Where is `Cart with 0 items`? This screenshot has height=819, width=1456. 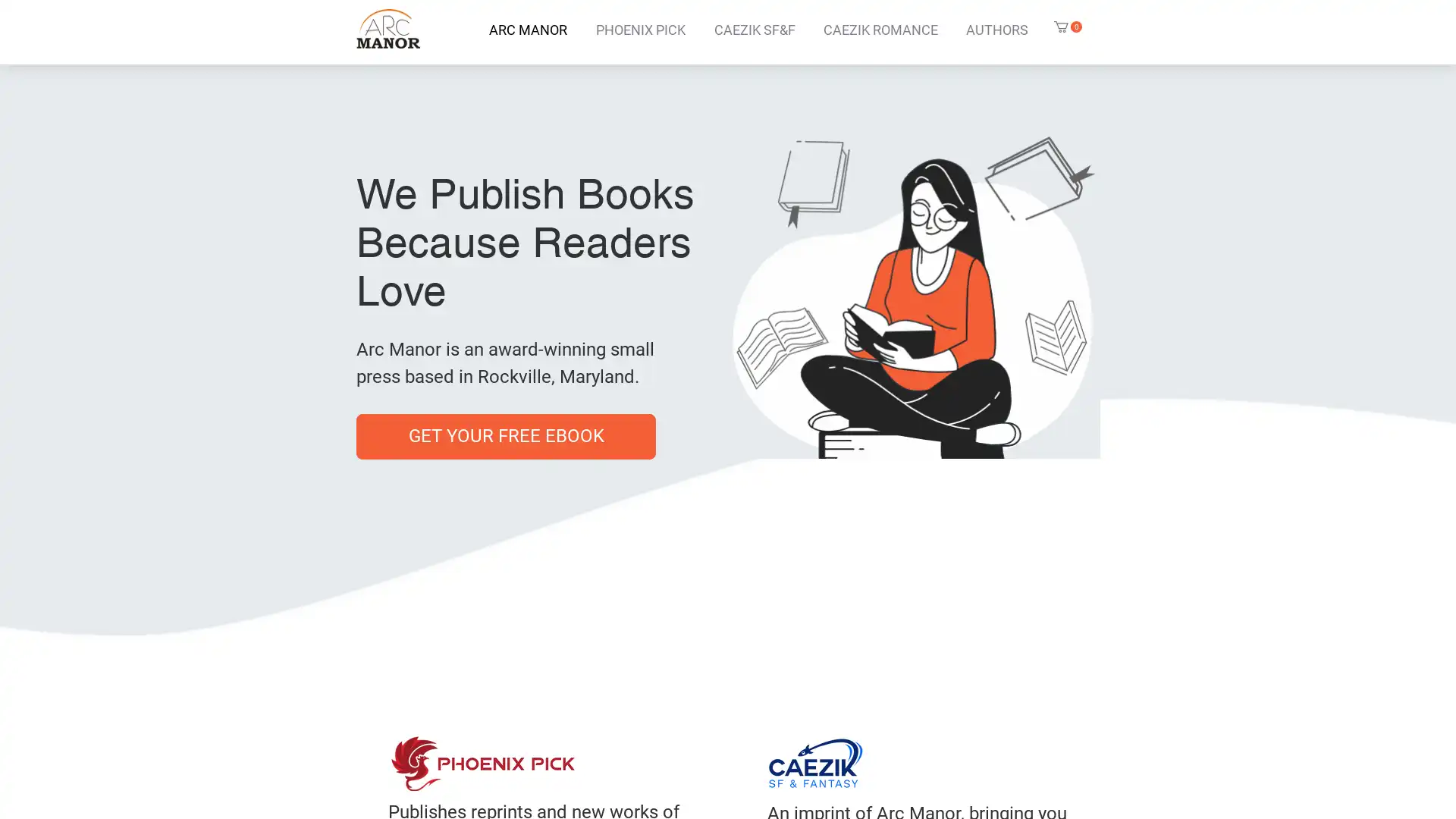
Cart with 0 items is located at coordinates (1067, 27).